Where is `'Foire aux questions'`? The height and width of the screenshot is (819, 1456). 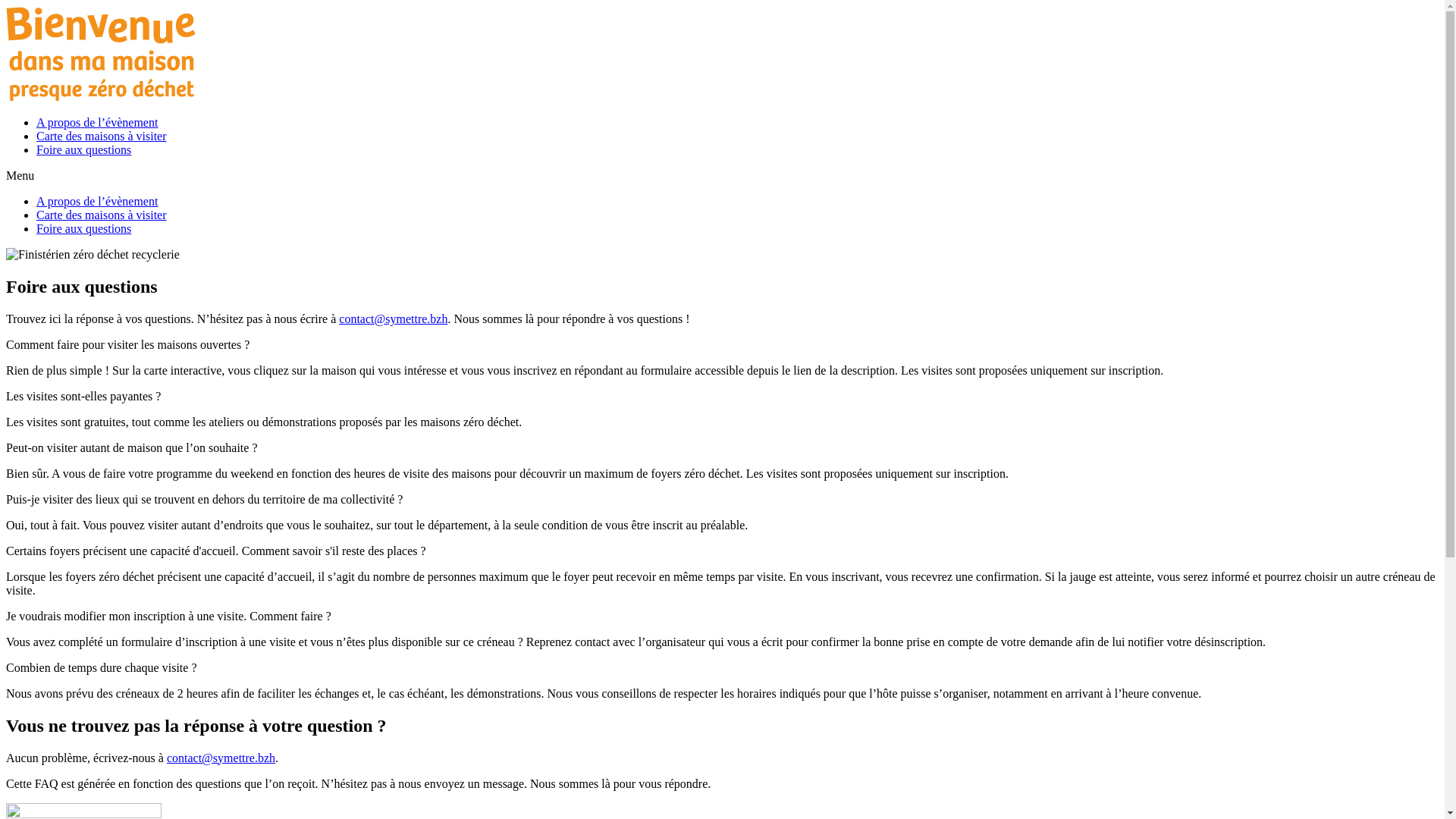
'Foire aux questions' is located at coordinates (83, 228).